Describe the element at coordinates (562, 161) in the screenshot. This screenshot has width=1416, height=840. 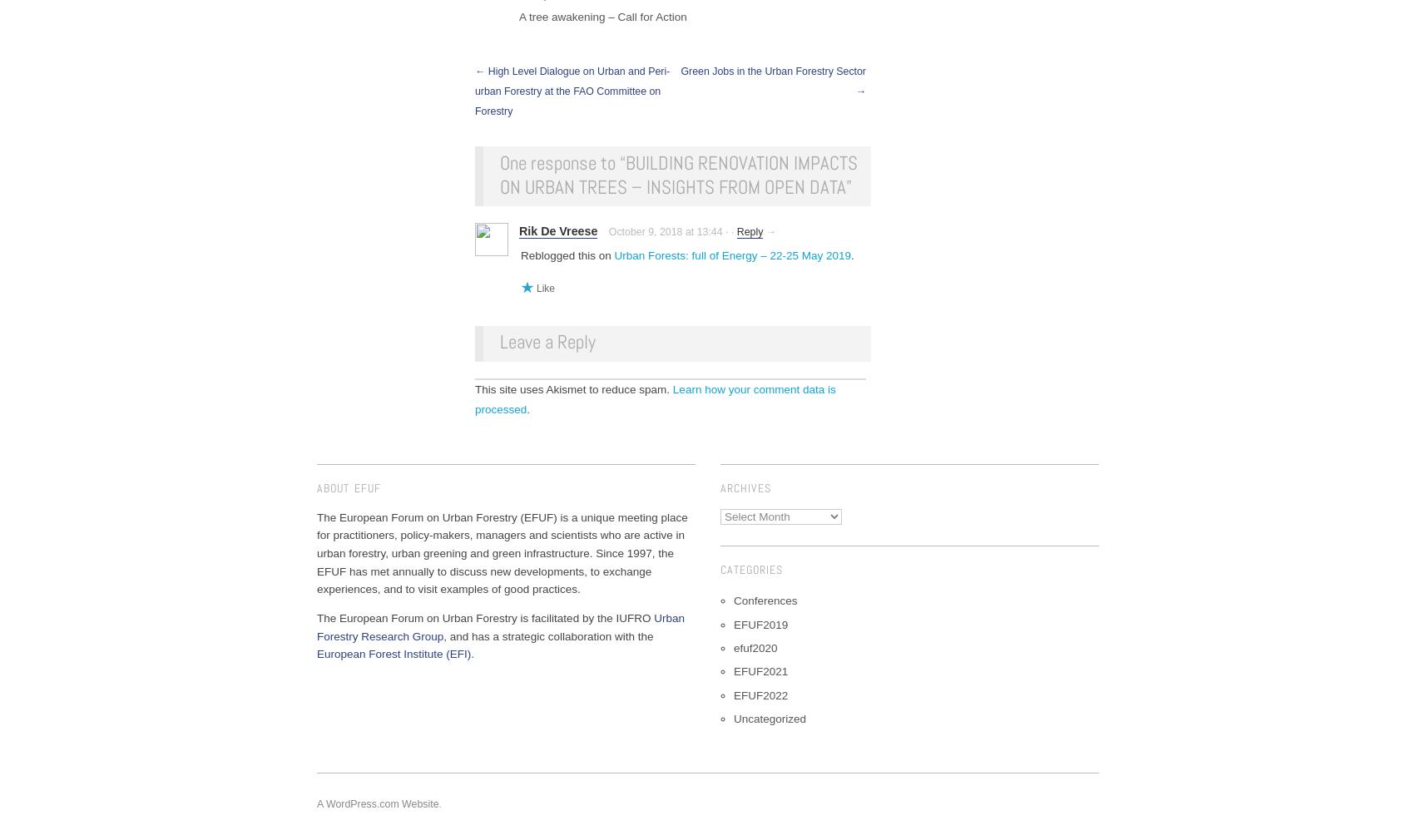
I see `'One response to “'` at that location.